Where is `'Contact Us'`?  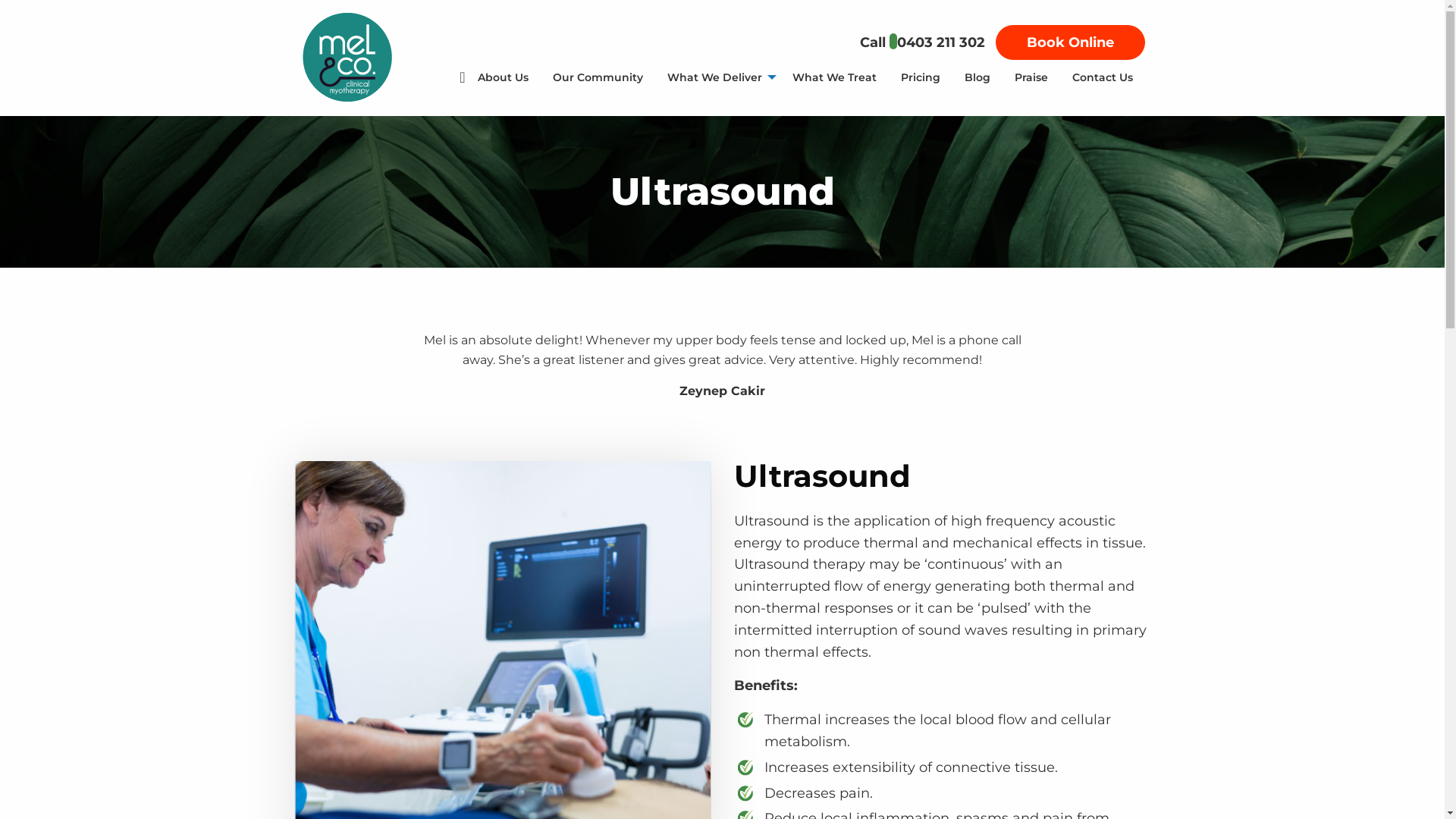 'Contact Us' is located at coordinates (1103, 77).